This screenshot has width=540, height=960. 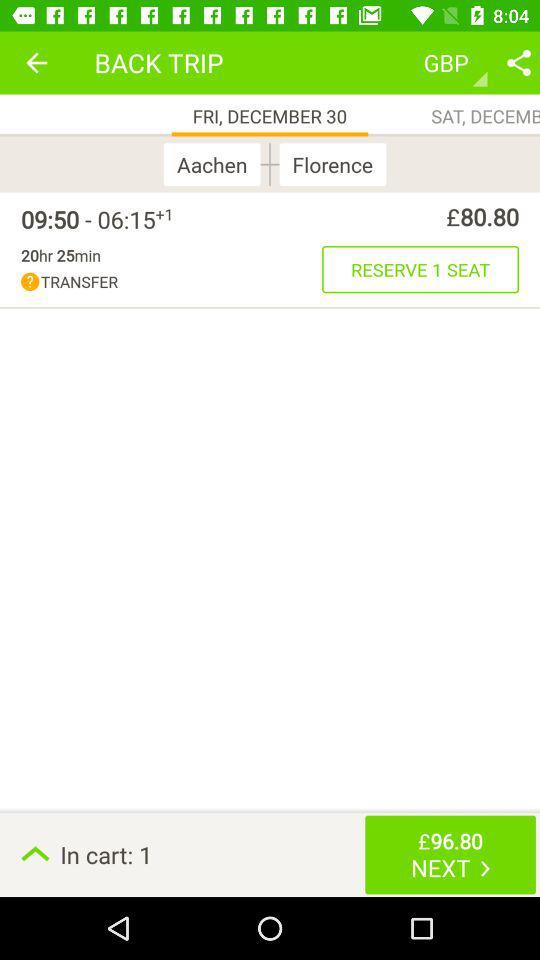 What do you see at coordinates (36, 62) in the screenshot?
I see `the item next to back trip item` at bounding box center [36, 62].